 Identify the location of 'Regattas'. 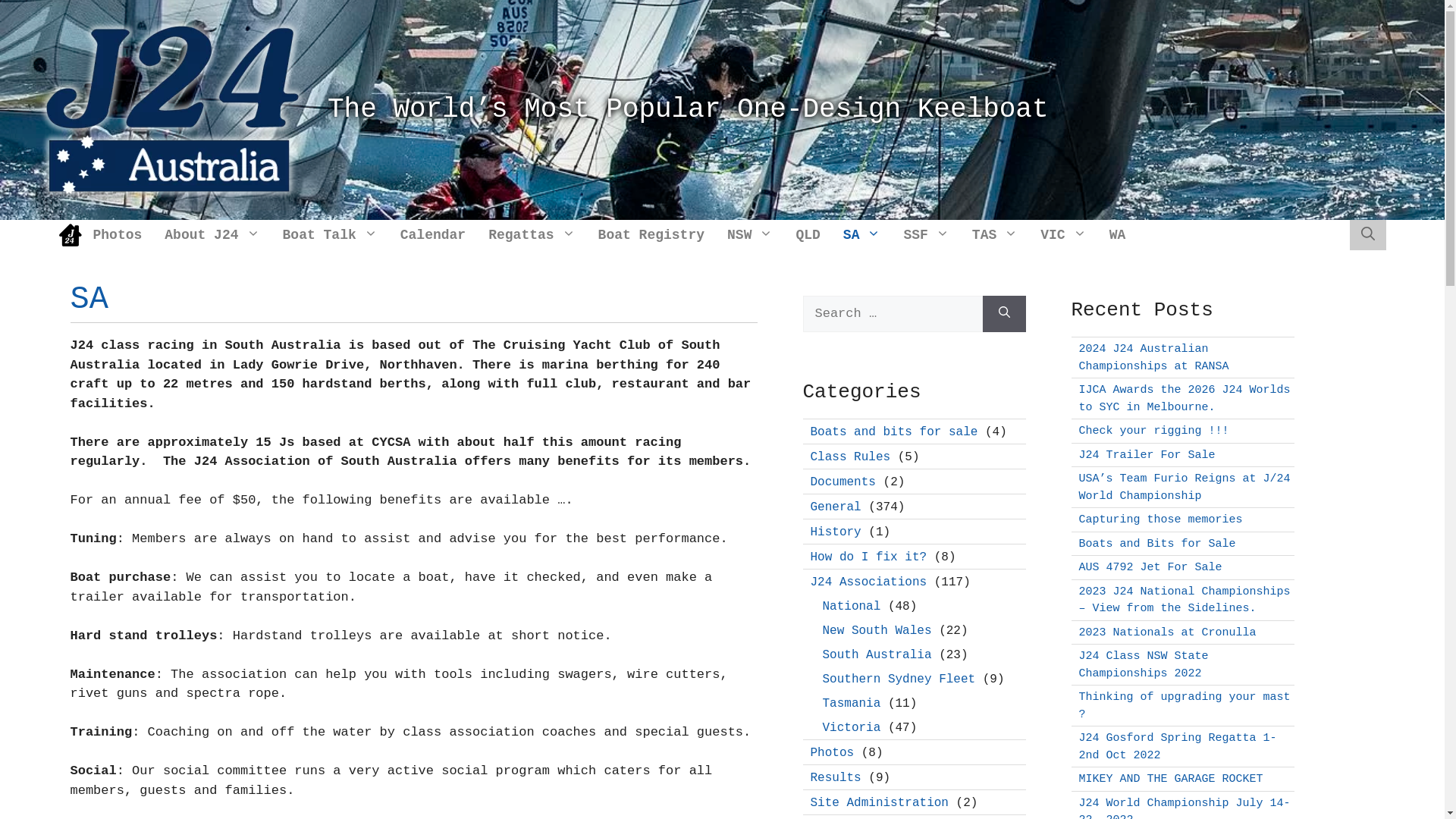
(531, 234).